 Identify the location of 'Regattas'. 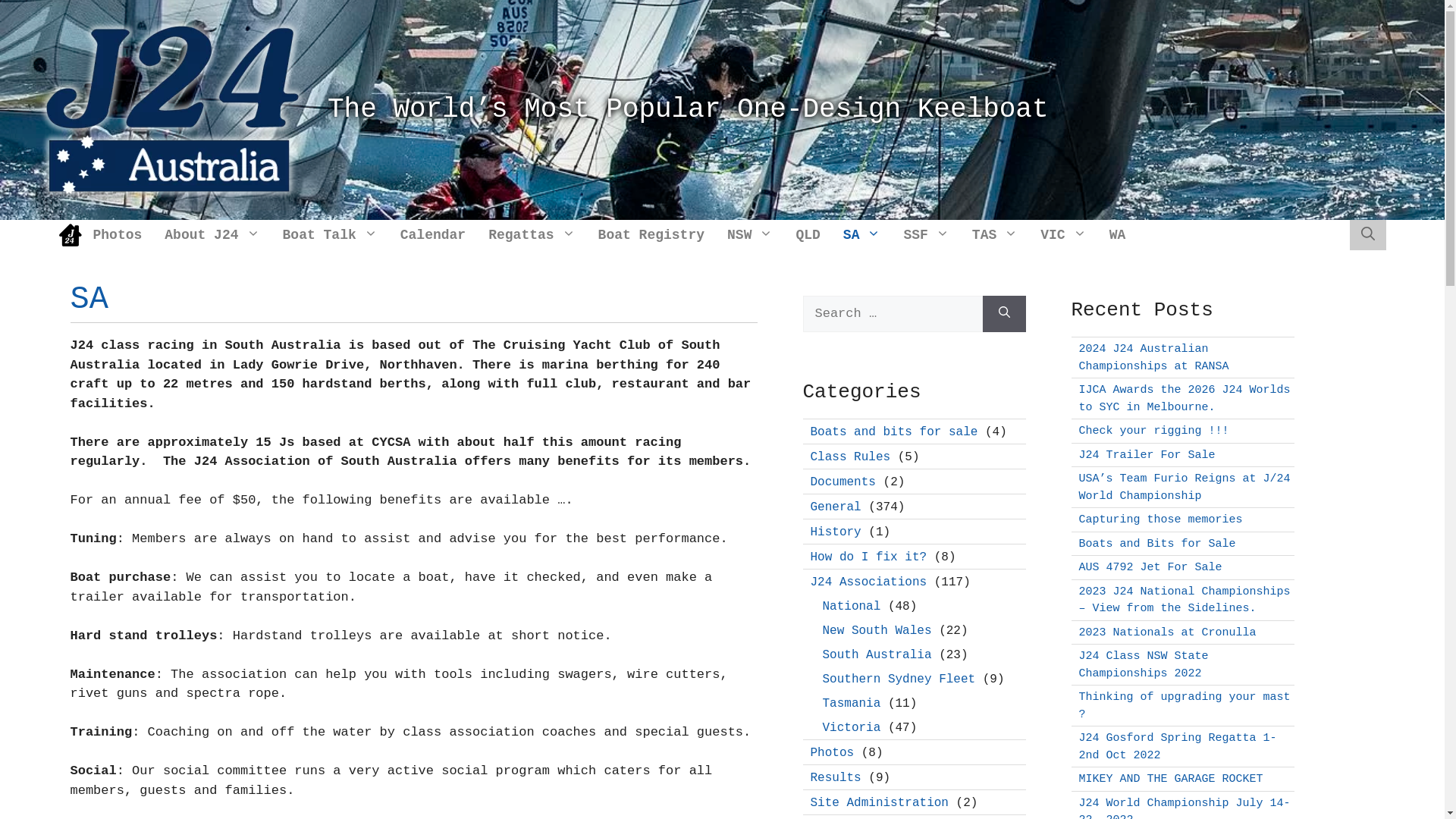
(531, 234).